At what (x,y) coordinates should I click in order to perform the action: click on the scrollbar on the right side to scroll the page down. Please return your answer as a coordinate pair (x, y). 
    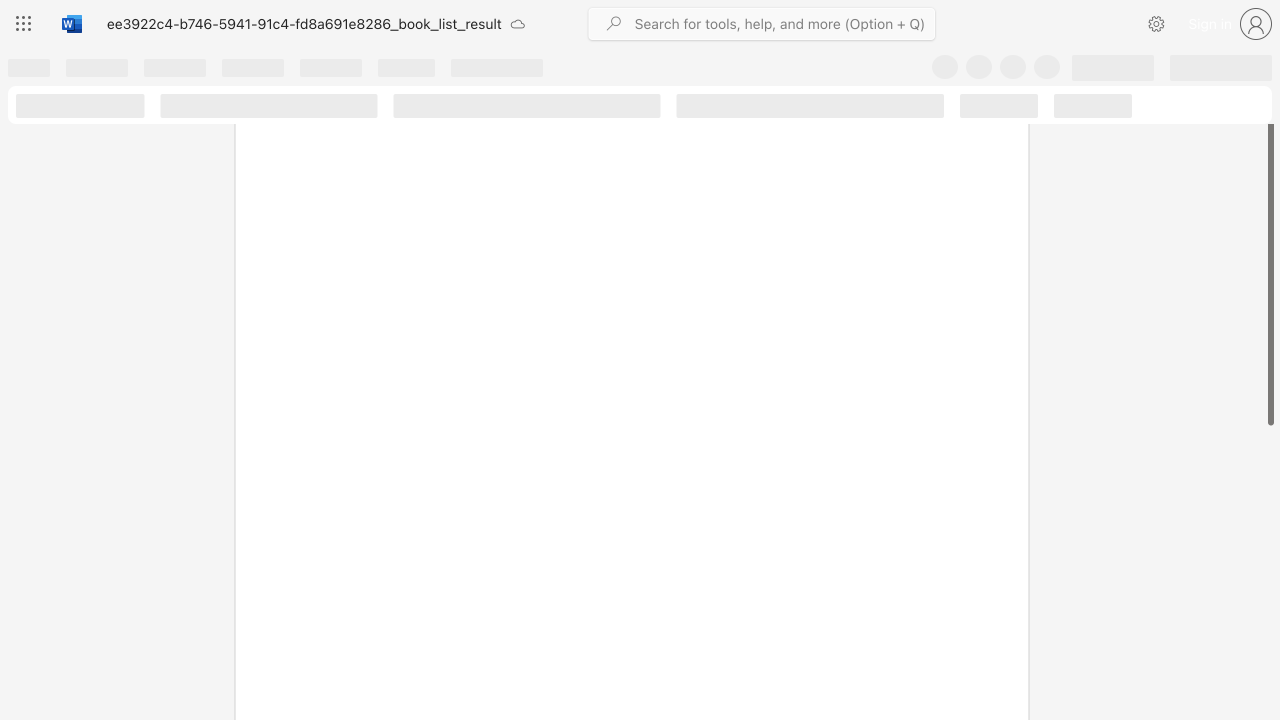
    Looking at the image, I should click on (1269, 588).